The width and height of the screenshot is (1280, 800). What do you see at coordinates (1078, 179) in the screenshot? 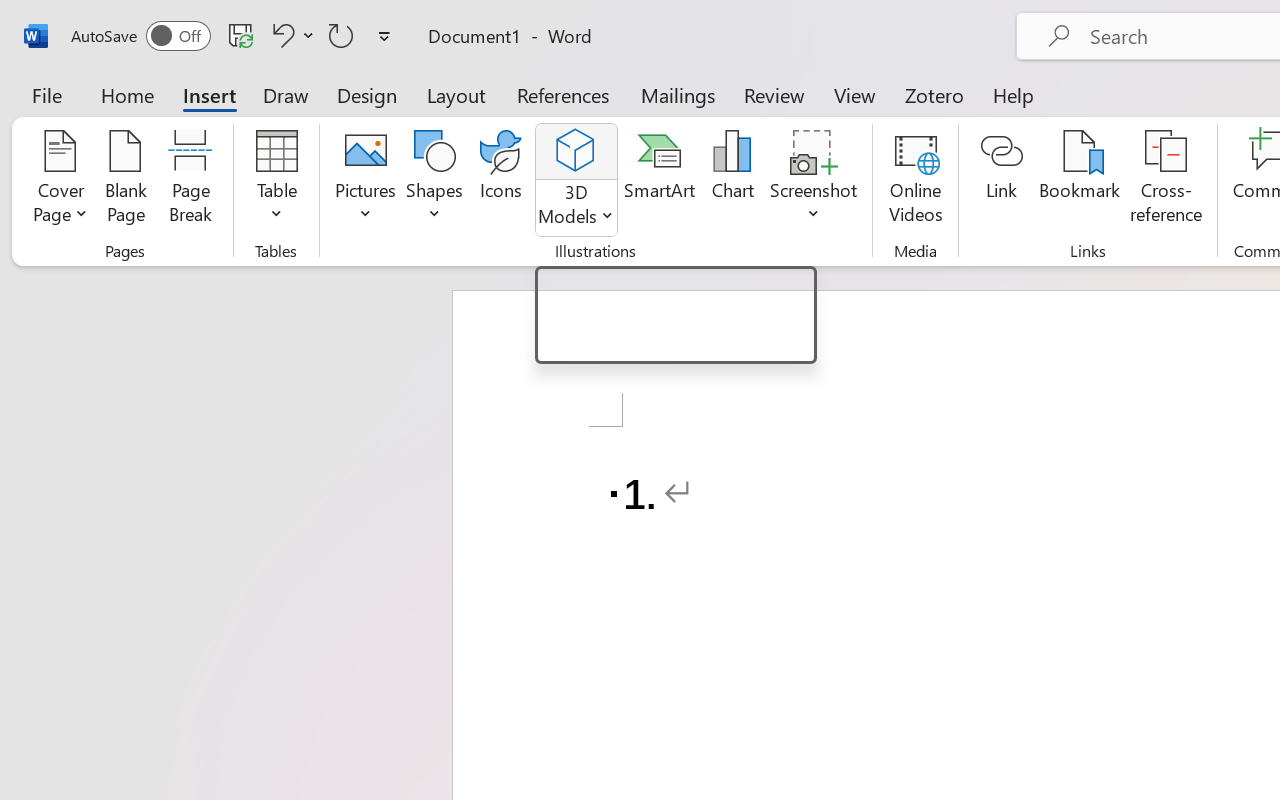
I see `'Bookmark...'` at bounding box center [1078, 179].